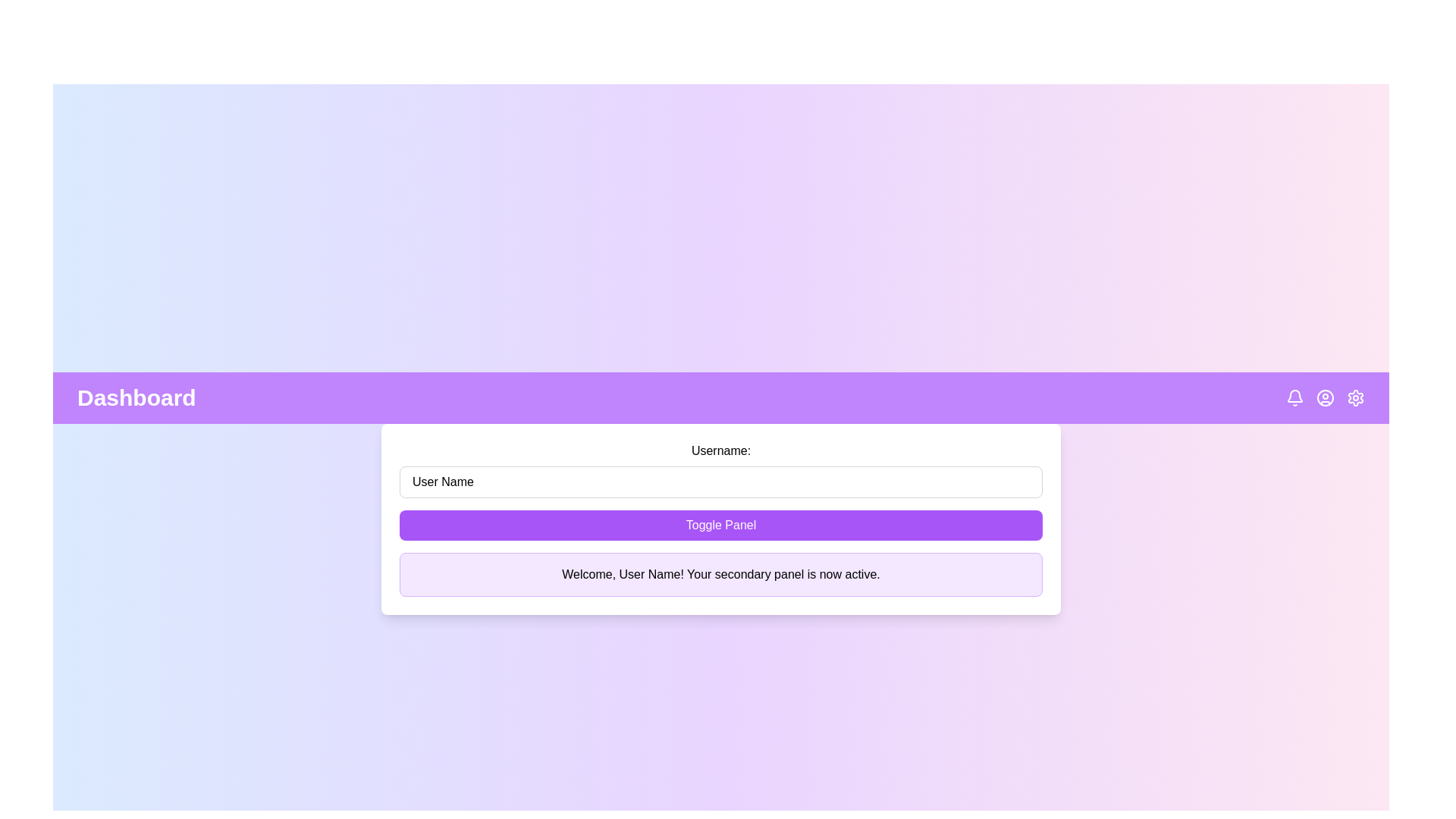  What do you see at coordinates (136, 397) in the screenshot?
I see `the large, bold text label displaying 'Dashboard' located on the left end of the purple header bar at the top of the interface` at bounding box center [136, 397].